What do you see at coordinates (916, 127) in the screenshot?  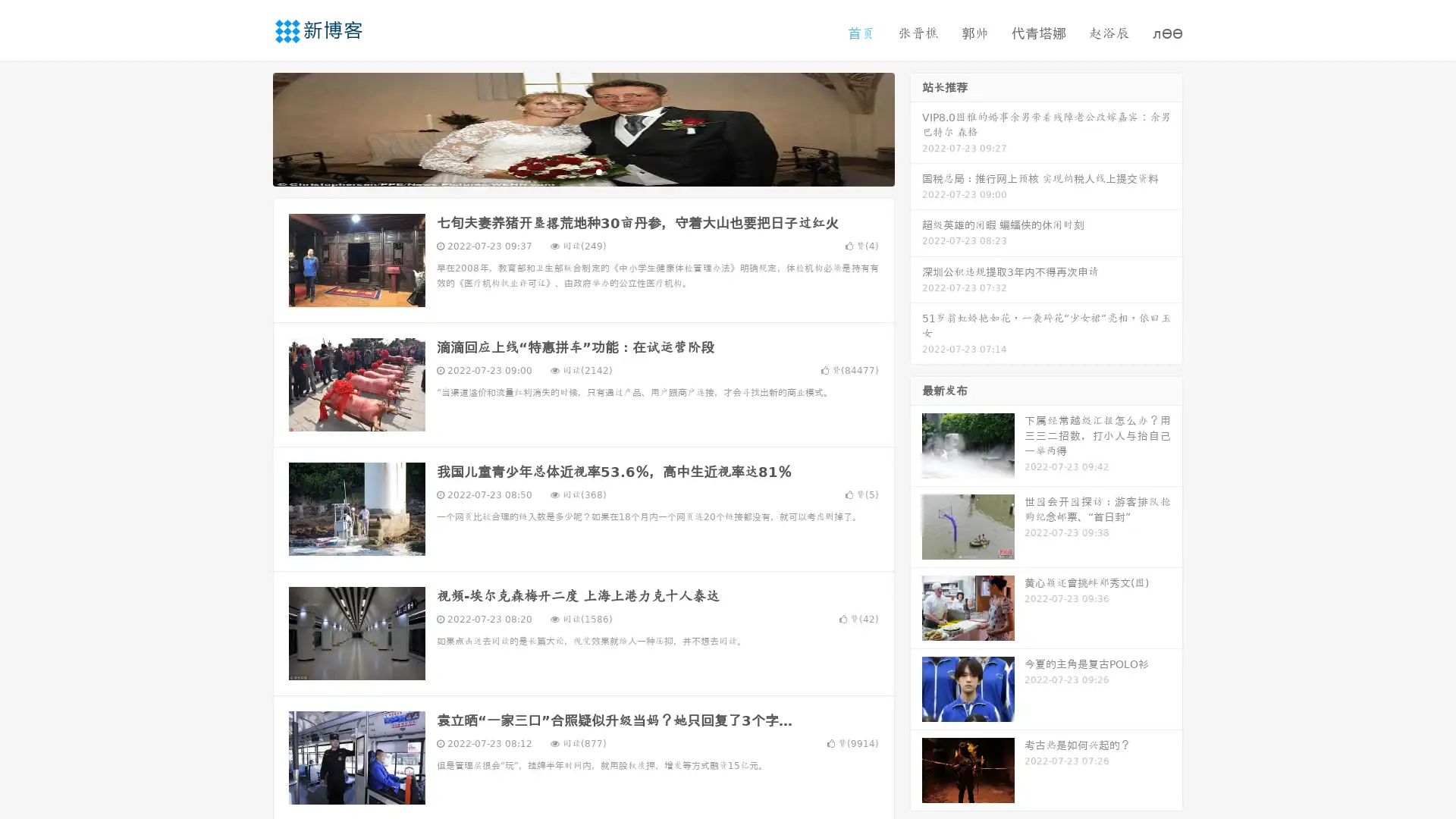 I see `Next slide` at bounding box center [916, 127].